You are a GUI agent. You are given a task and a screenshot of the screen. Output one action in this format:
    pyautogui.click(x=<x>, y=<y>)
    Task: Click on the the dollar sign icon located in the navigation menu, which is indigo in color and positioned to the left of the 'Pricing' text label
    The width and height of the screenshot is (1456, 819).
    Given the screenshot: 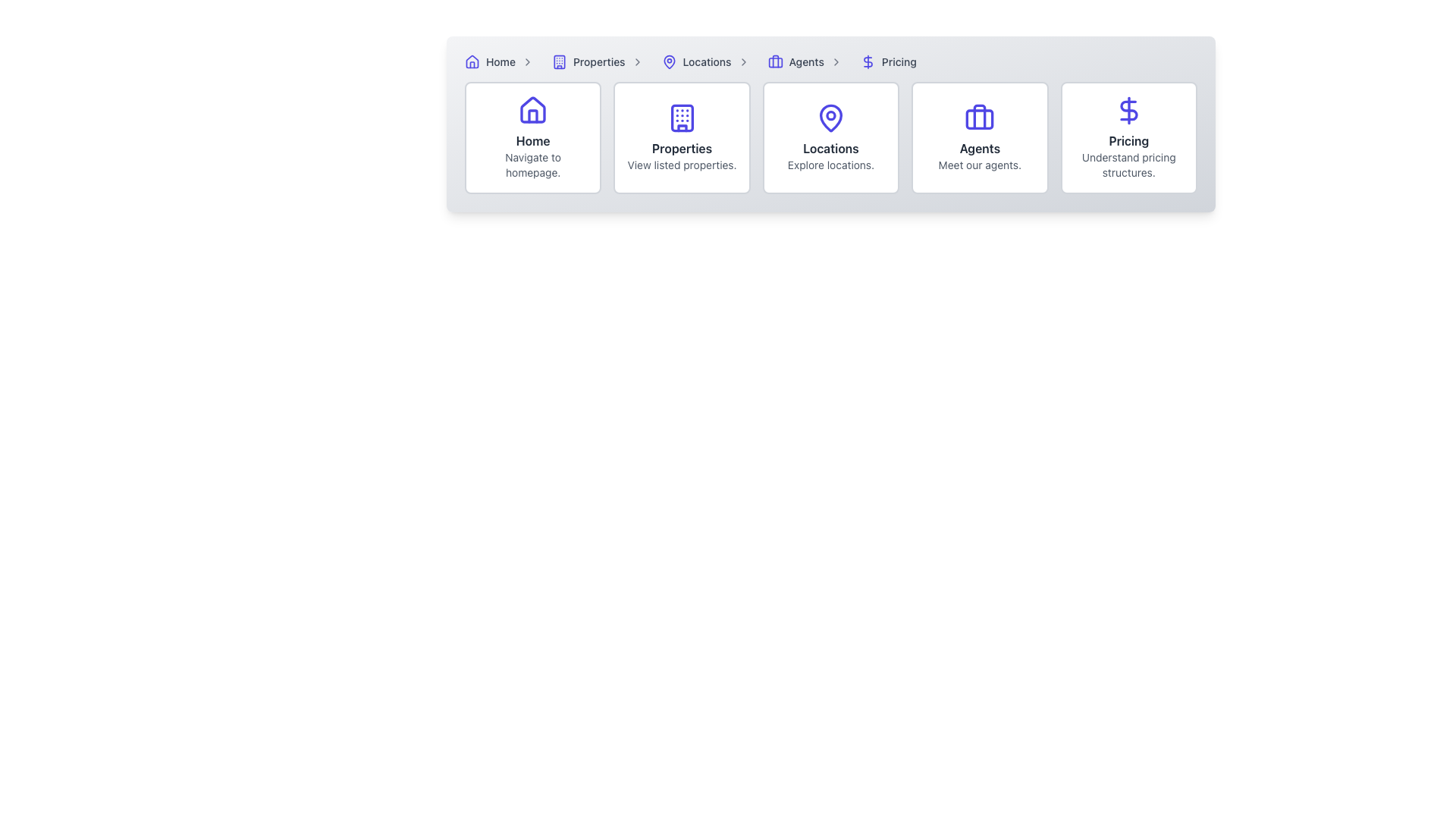 What is the action you would take?
    pyautogui.click(x=868, y=61)
    